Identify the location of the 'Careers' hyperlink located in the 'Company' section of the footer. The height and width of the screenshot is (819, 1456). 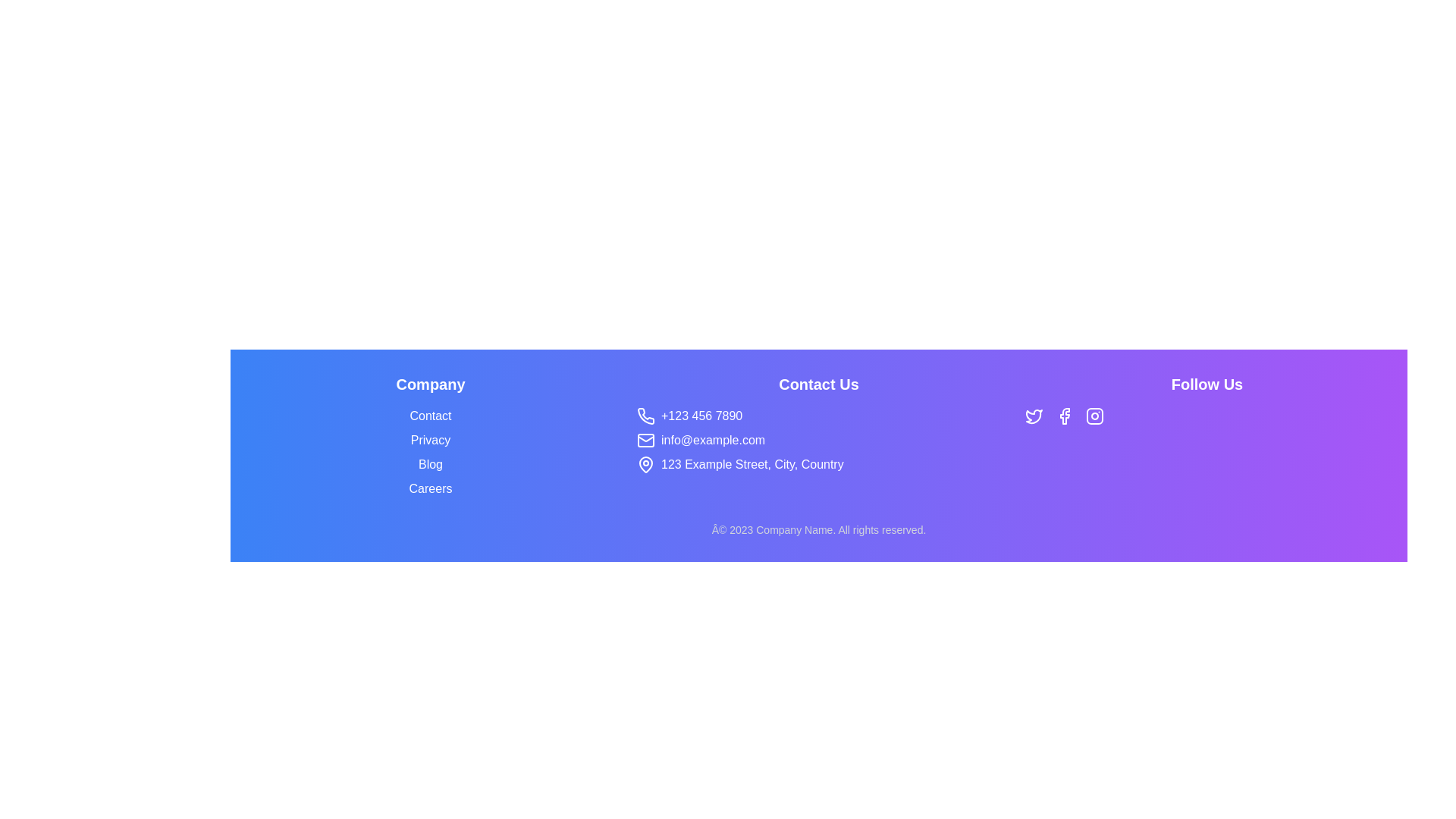
(429, 488).